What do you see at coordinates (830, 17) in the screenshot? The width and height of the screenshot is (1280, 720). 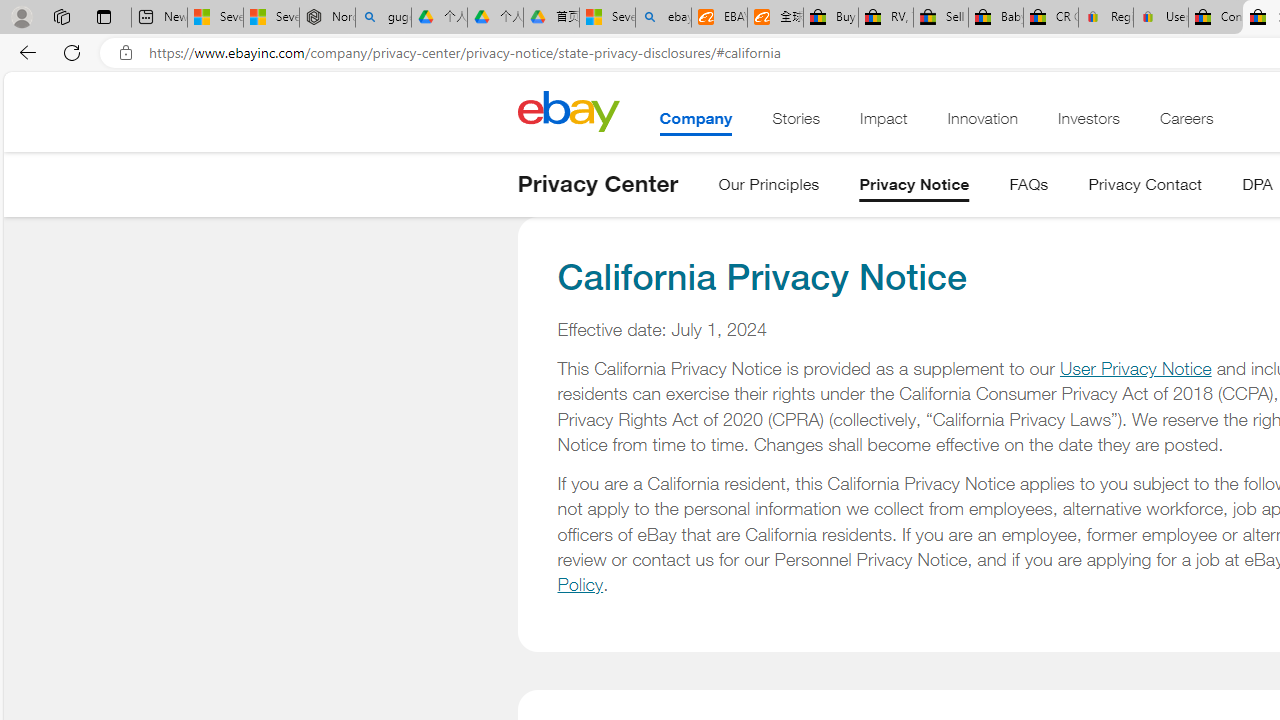 I see `'Buy Auto Parts & Accessories | eBay'` at bounding box center [830, 17].